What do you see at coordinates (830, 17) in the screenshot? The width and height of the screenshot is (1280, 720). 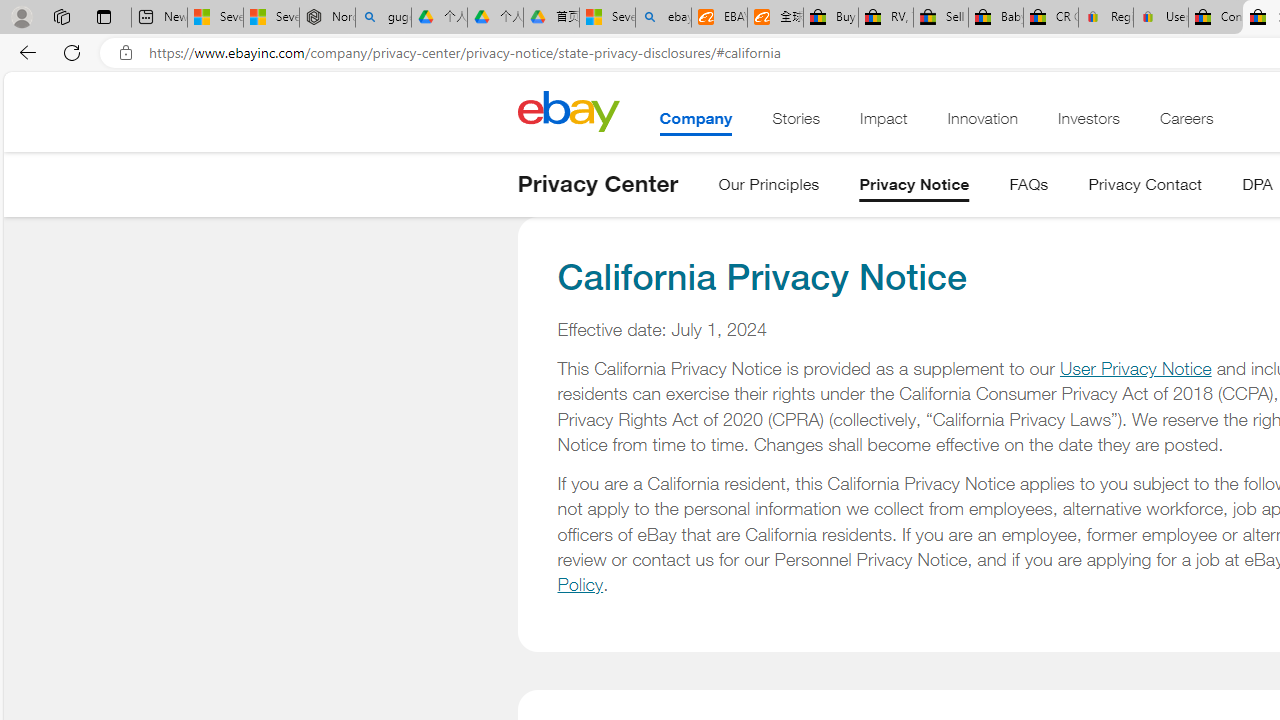 I see `'Buy Auto Parts & Accessories | eBay'` at bounding box center [830, 17].